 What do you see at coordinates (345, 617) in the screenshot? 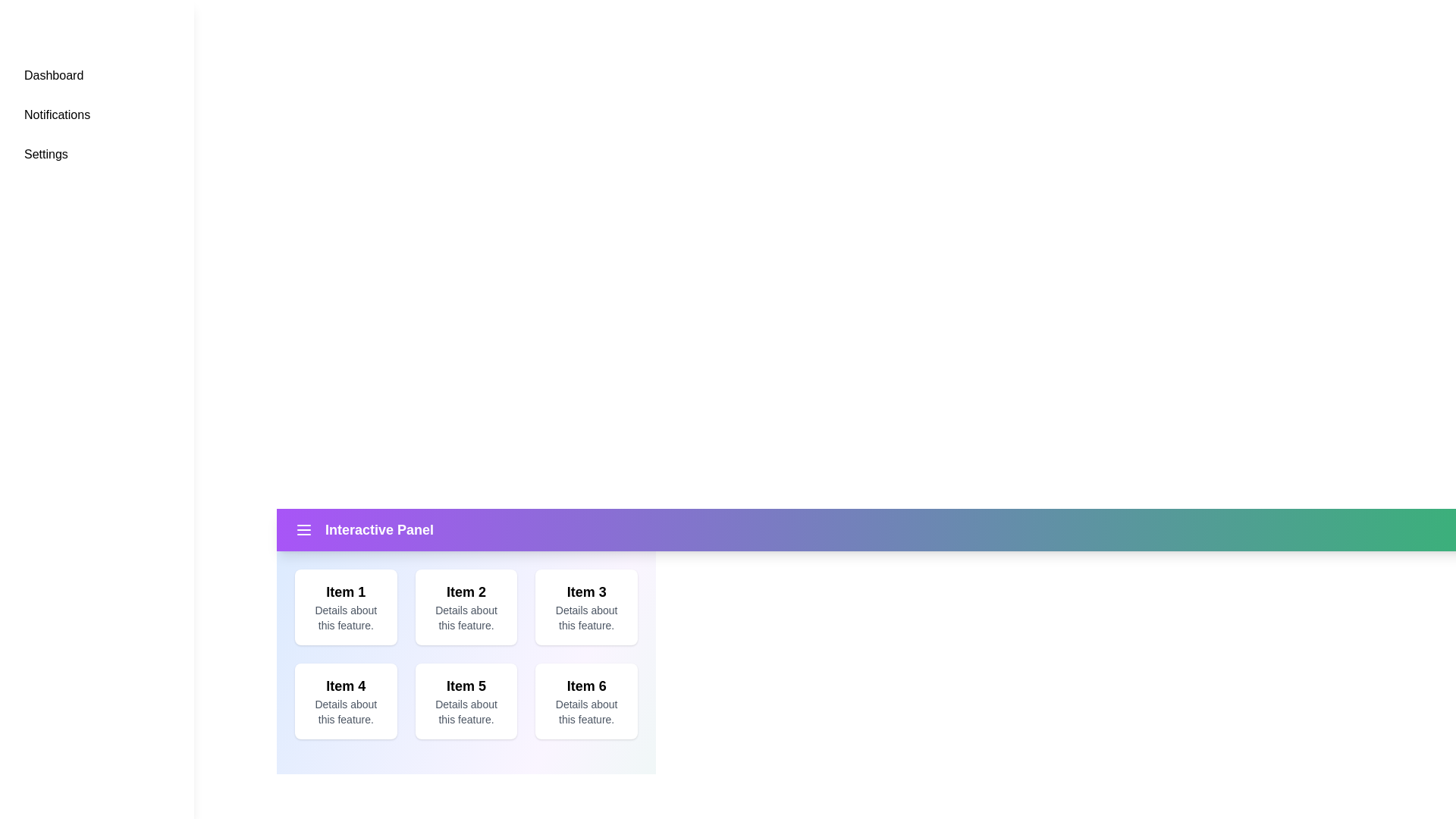
I see `text label displaying 'Details about this feature.' located in the second line of the 'Item 1' card in the grid layout` at bounding box center [345, 617].